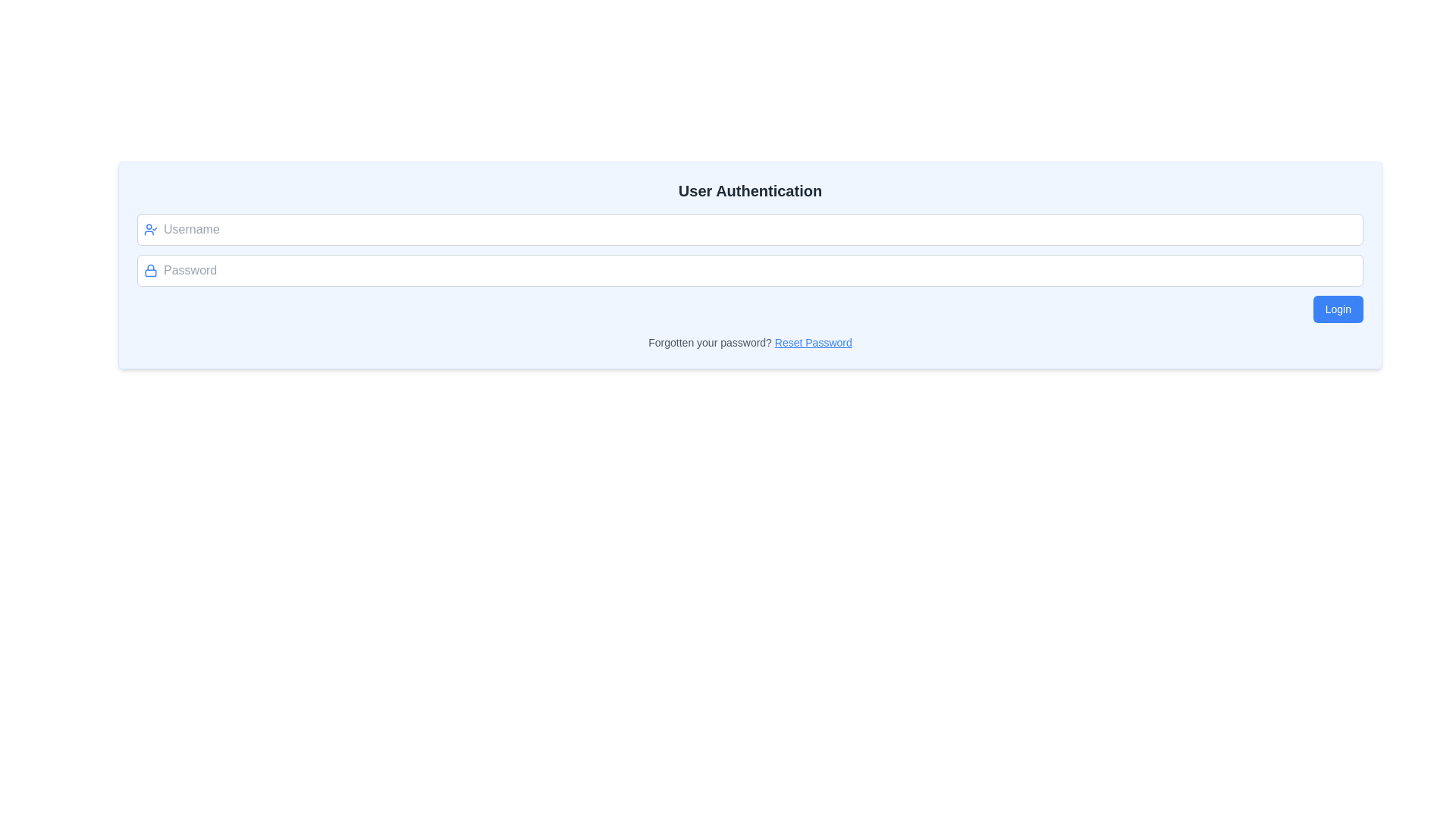  What do you see at coordinates (150, 230) in the screenshot?
I see `the blue user profile icon with a check mark at the start of the username field` at bounding box center [150, 230].